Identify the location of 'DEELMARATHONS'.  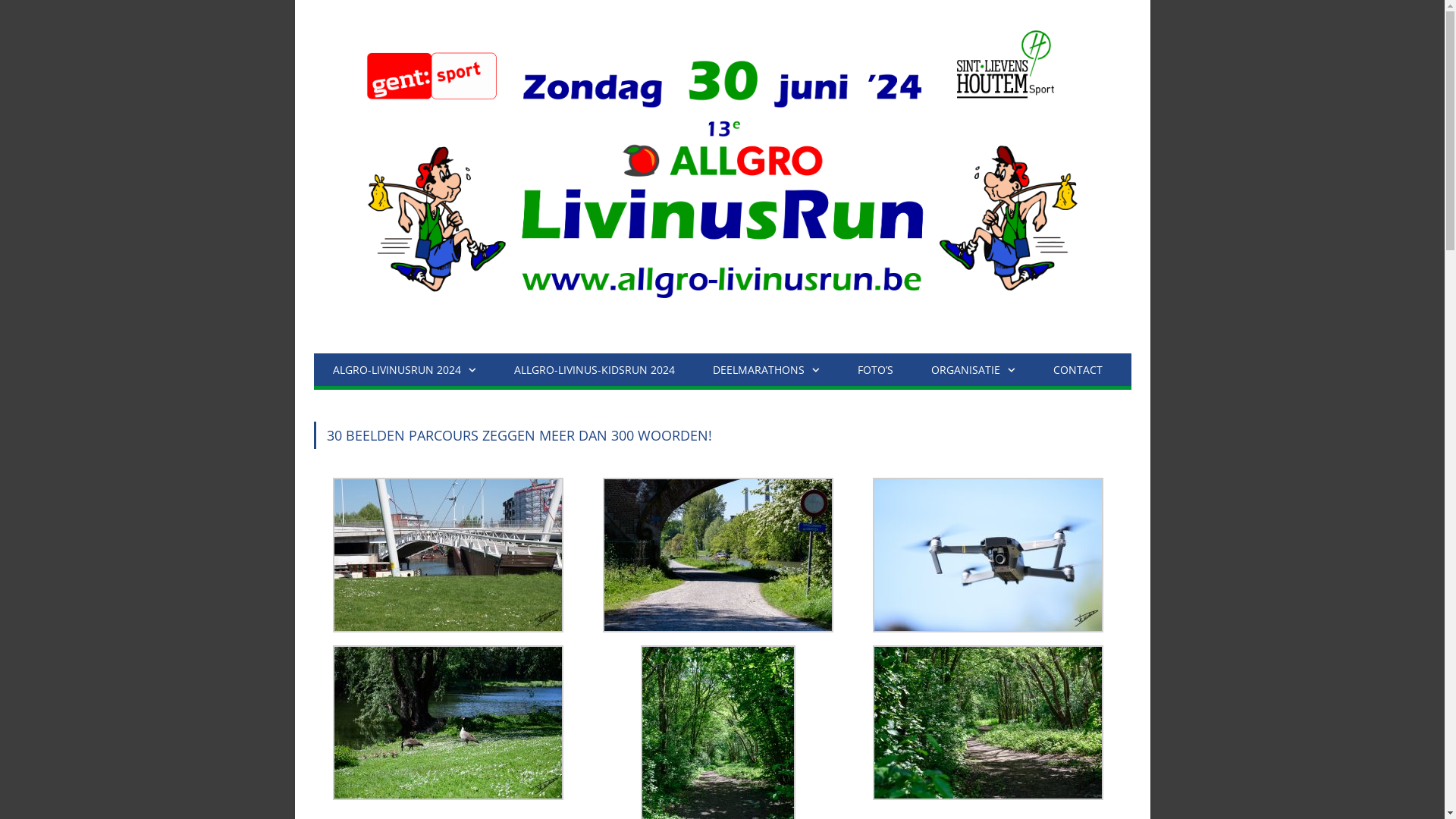
(765, 370).